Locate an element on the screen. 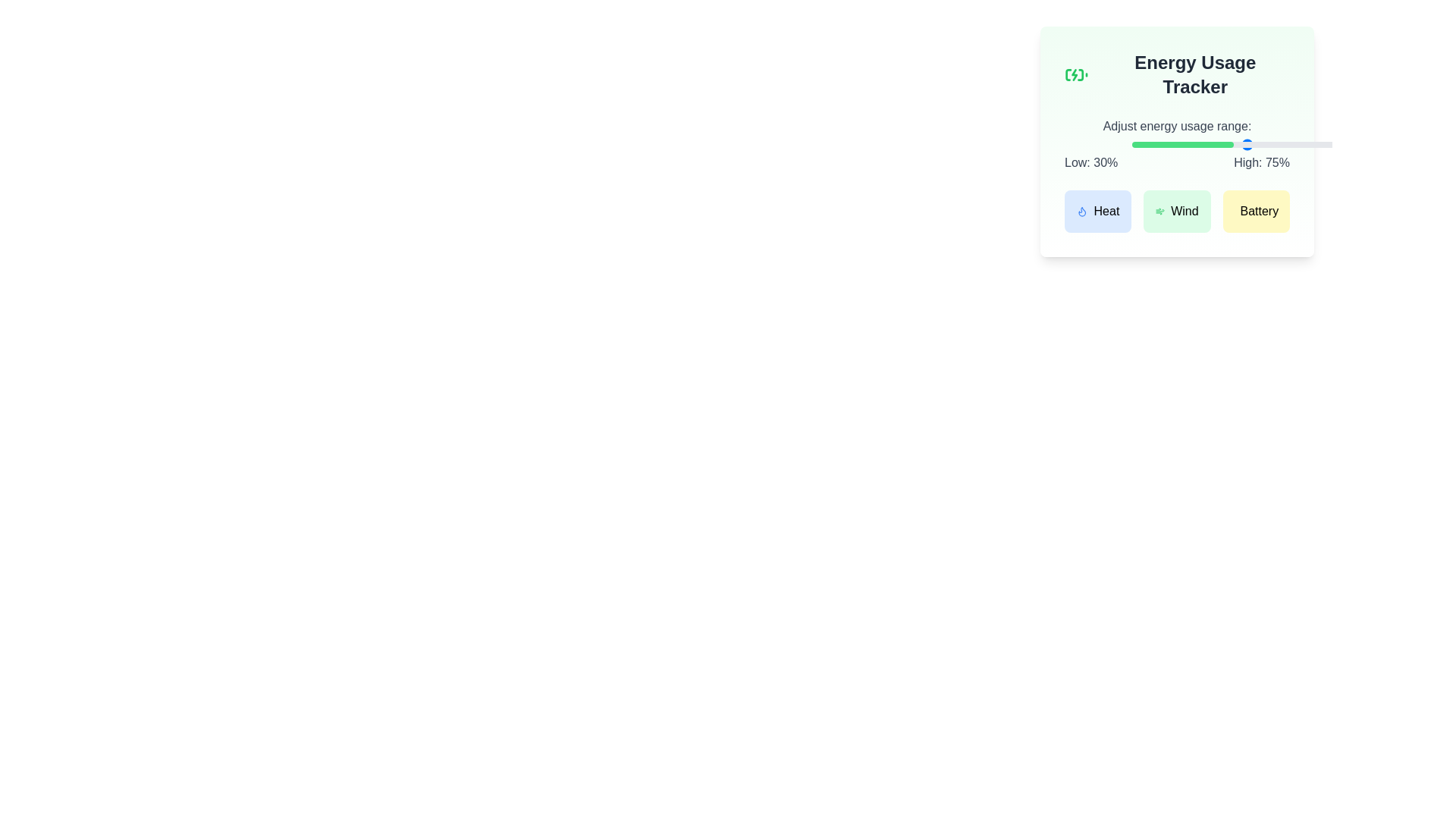 This screenshot has width=1456, height=819. the progress indicator that visually represents the first 30% of the range within the slider component located beneath the 'Adjust energy usage range' text is located at coordinates (1182, 145).